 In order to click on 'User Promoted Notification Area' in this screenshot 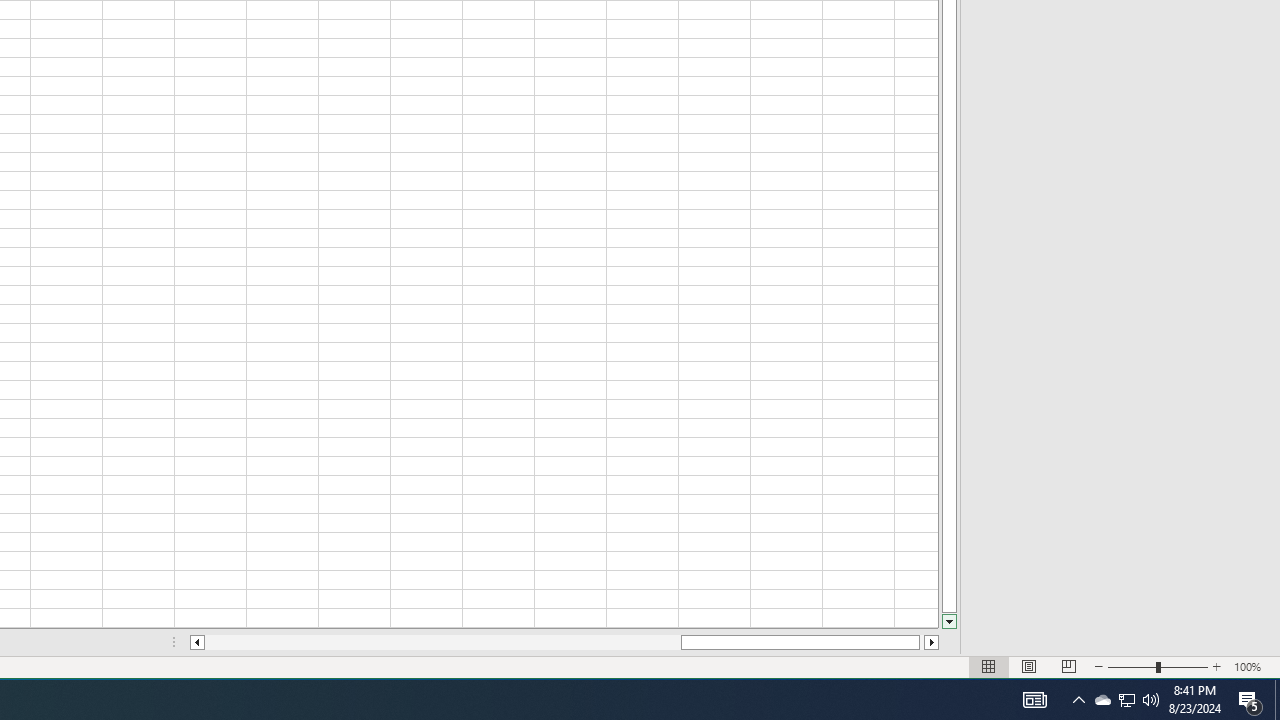, I will do `click(1101, 698)`.